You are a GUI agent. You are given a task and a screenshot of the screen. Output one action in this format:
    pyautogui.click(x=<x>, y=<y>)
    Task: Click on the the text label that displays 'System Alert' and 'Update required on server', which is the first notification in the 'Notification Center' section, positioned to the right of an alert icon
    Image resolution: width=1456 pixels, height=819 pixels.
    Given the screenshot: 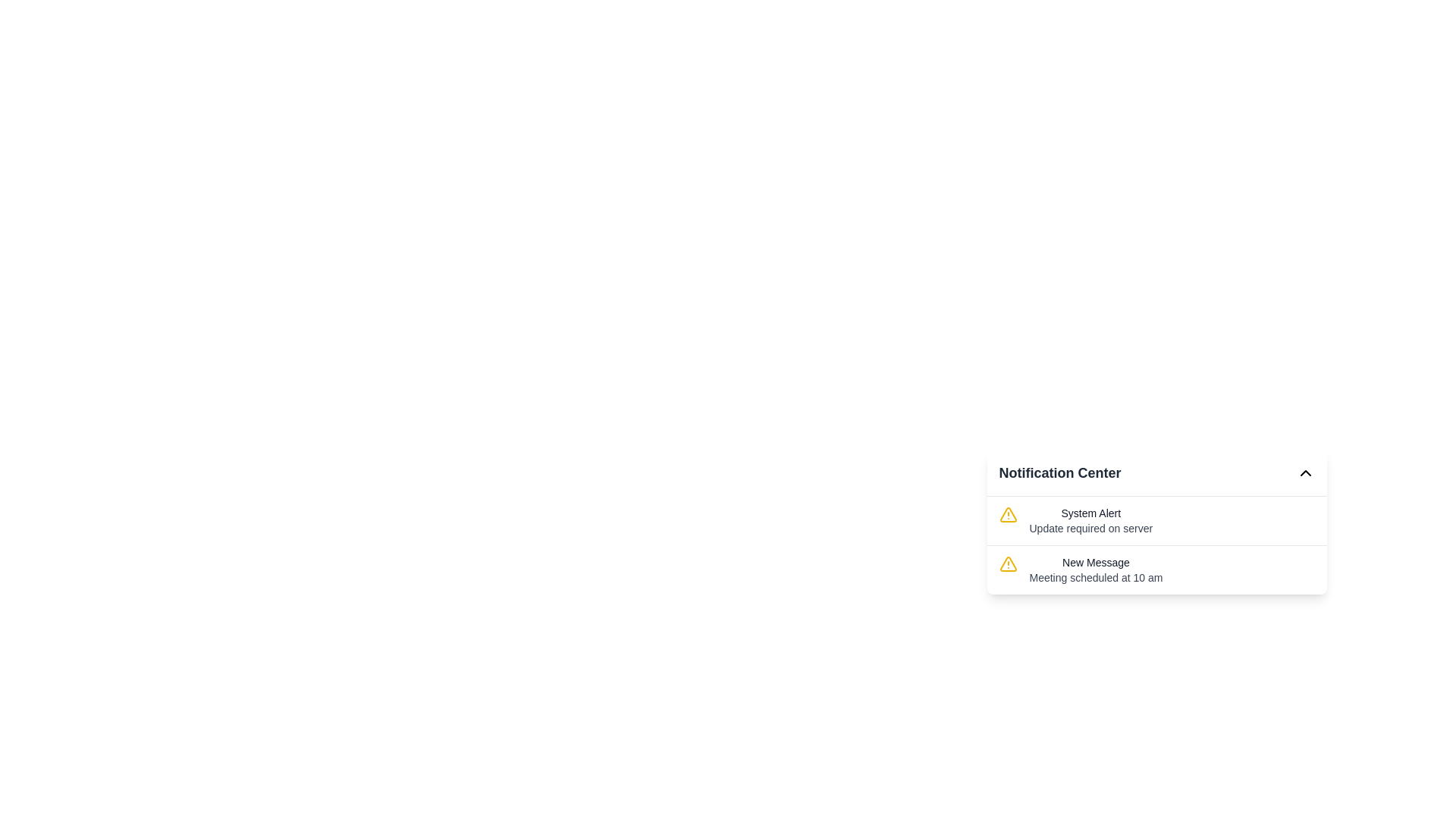 What is the action you would take?
    pyautogui.click(x=1090, y=519)
    